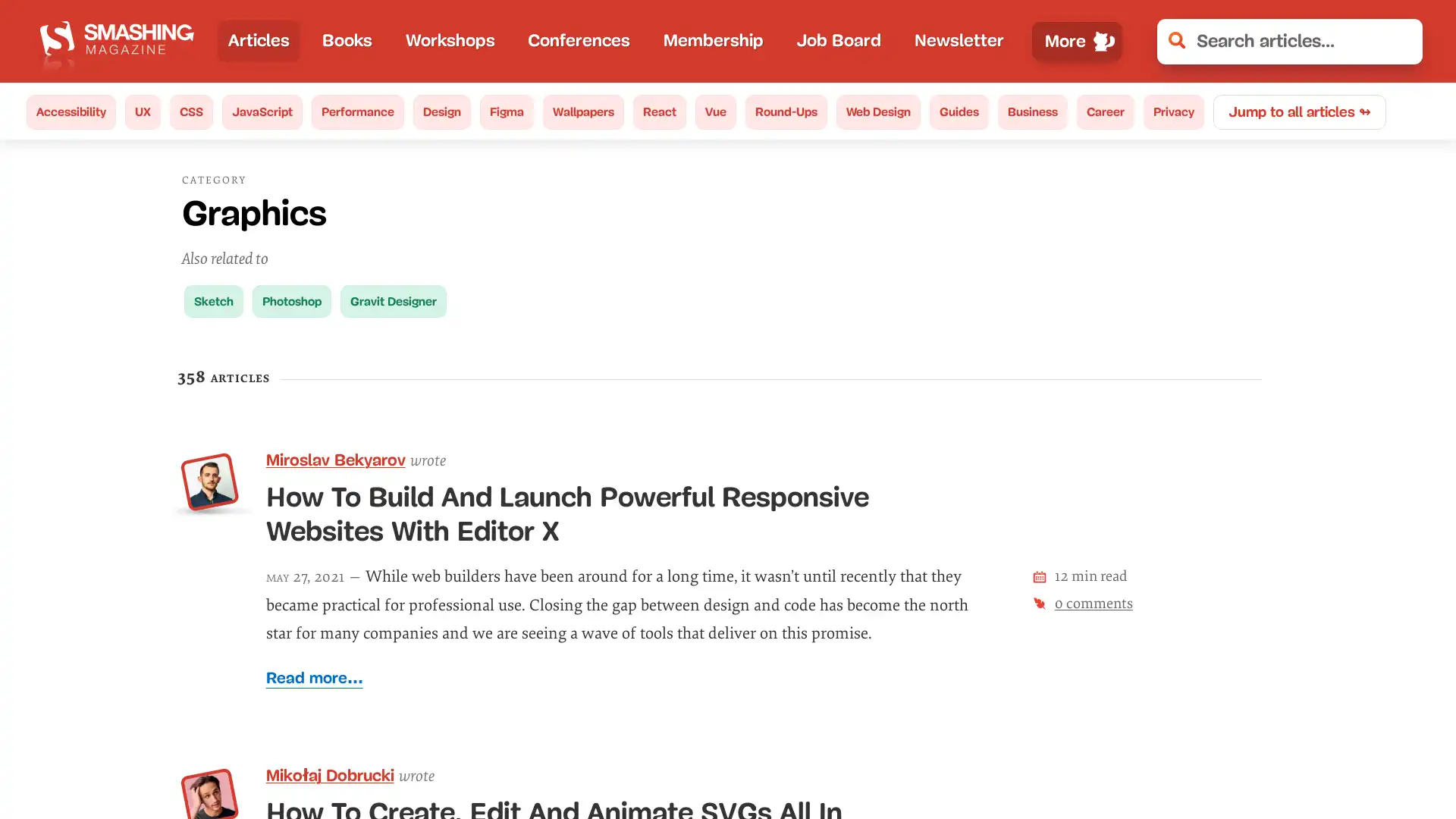  I want to click on No, thanks., so click(1194, 758).